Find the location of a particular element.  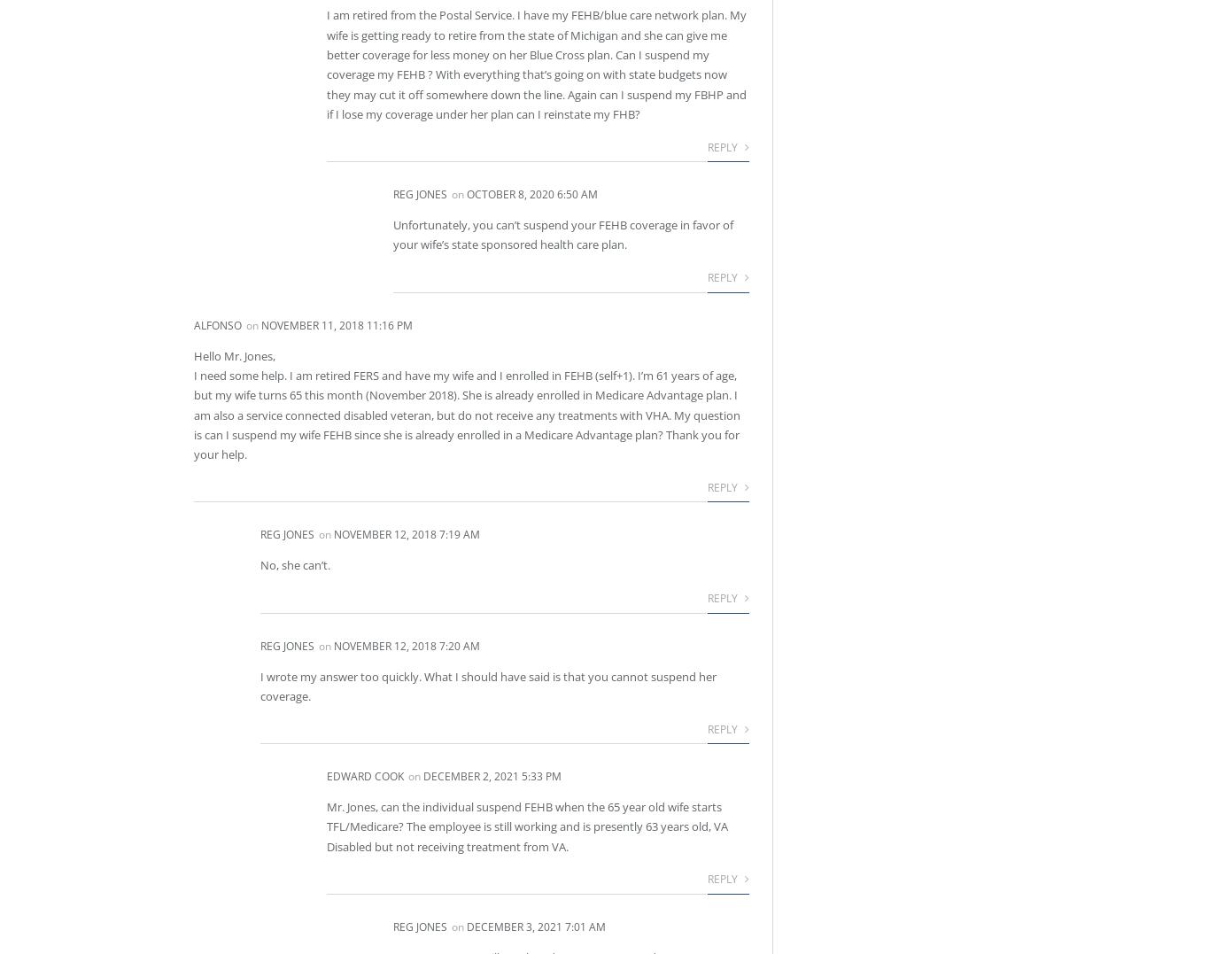

'Alfonso' is located at coordinates (193, 323).